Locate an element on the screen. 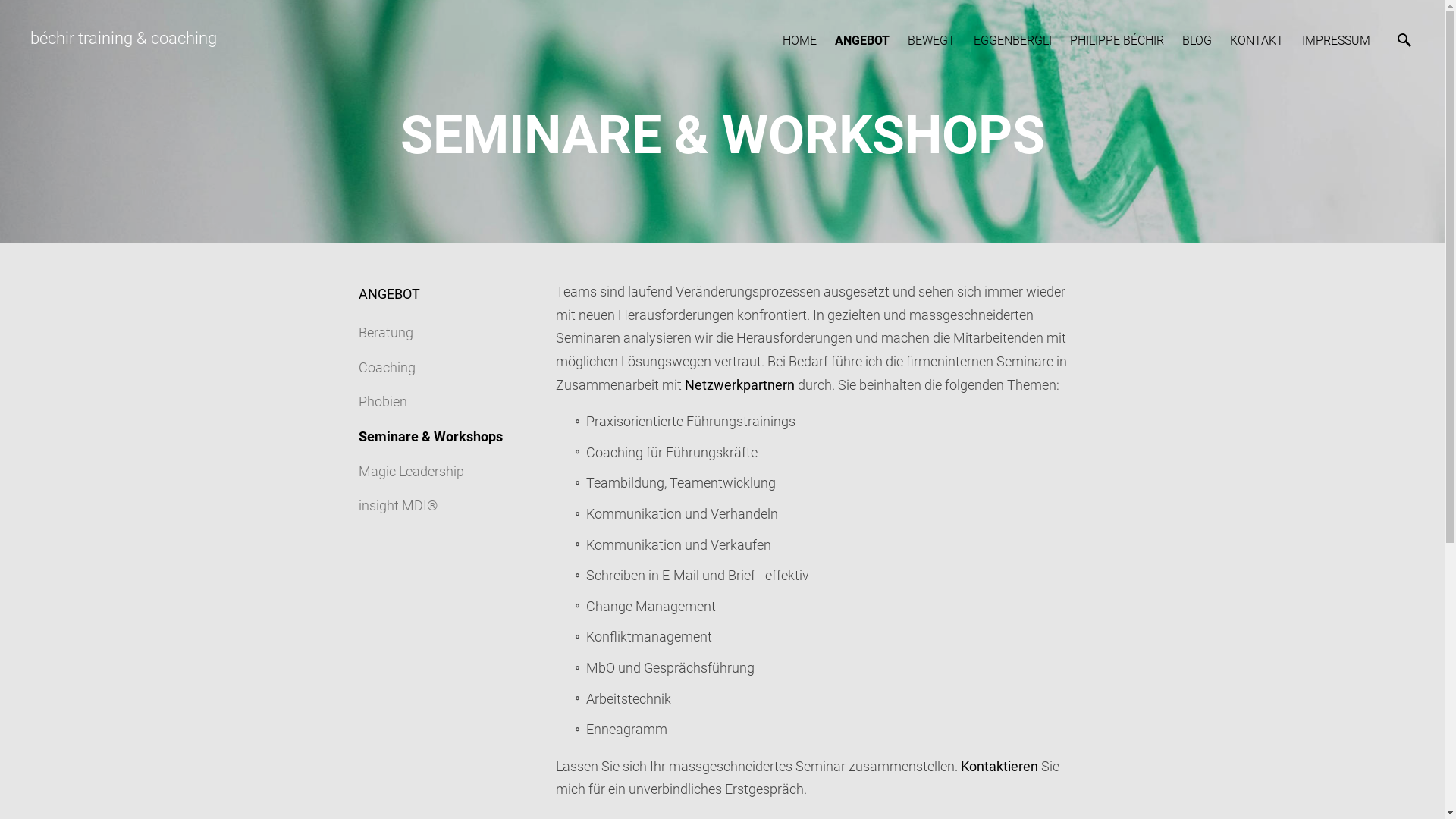 This screenshot has width=1456, height=819. 'Seminare & Workshops' is located at coordinates (428, 436).